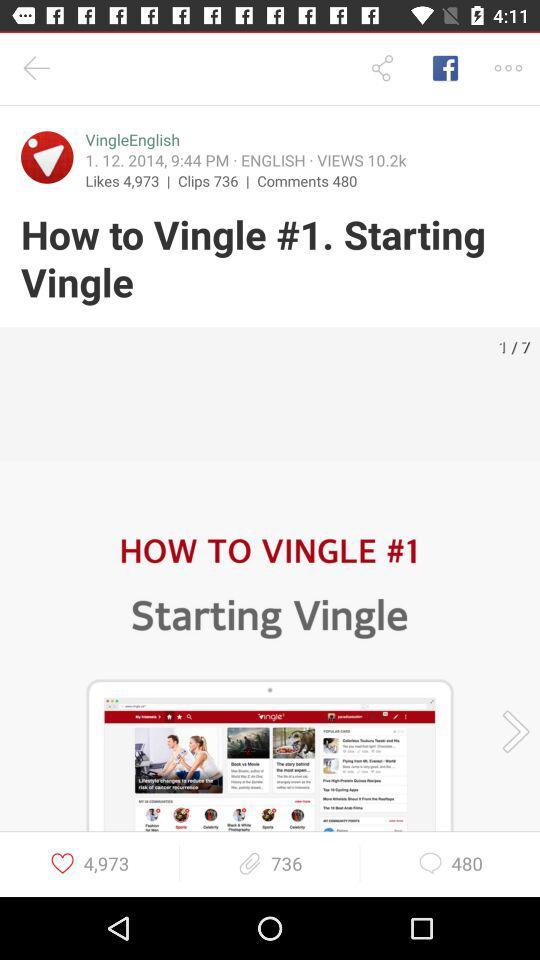  I want to click on the icon to the left of comments 480 icon, so click(216, 179).